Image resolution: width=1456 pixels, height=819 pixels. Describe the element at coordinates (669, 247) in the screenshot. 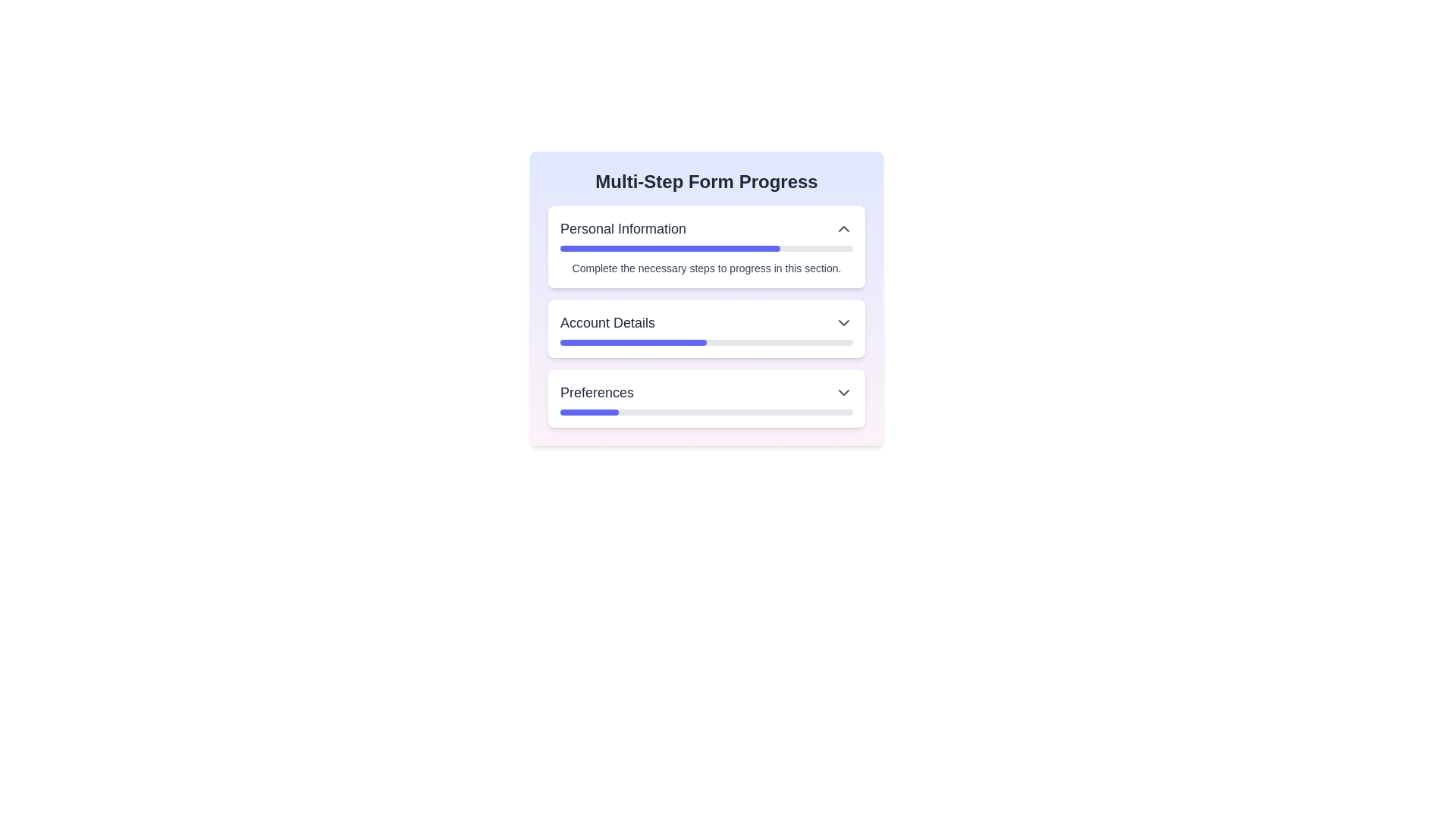

I see `the filled segment of the progress bar indicating 75% completion for the 'Personal Information' step in the 'Multi-Step Form Progress' interface` at that location.